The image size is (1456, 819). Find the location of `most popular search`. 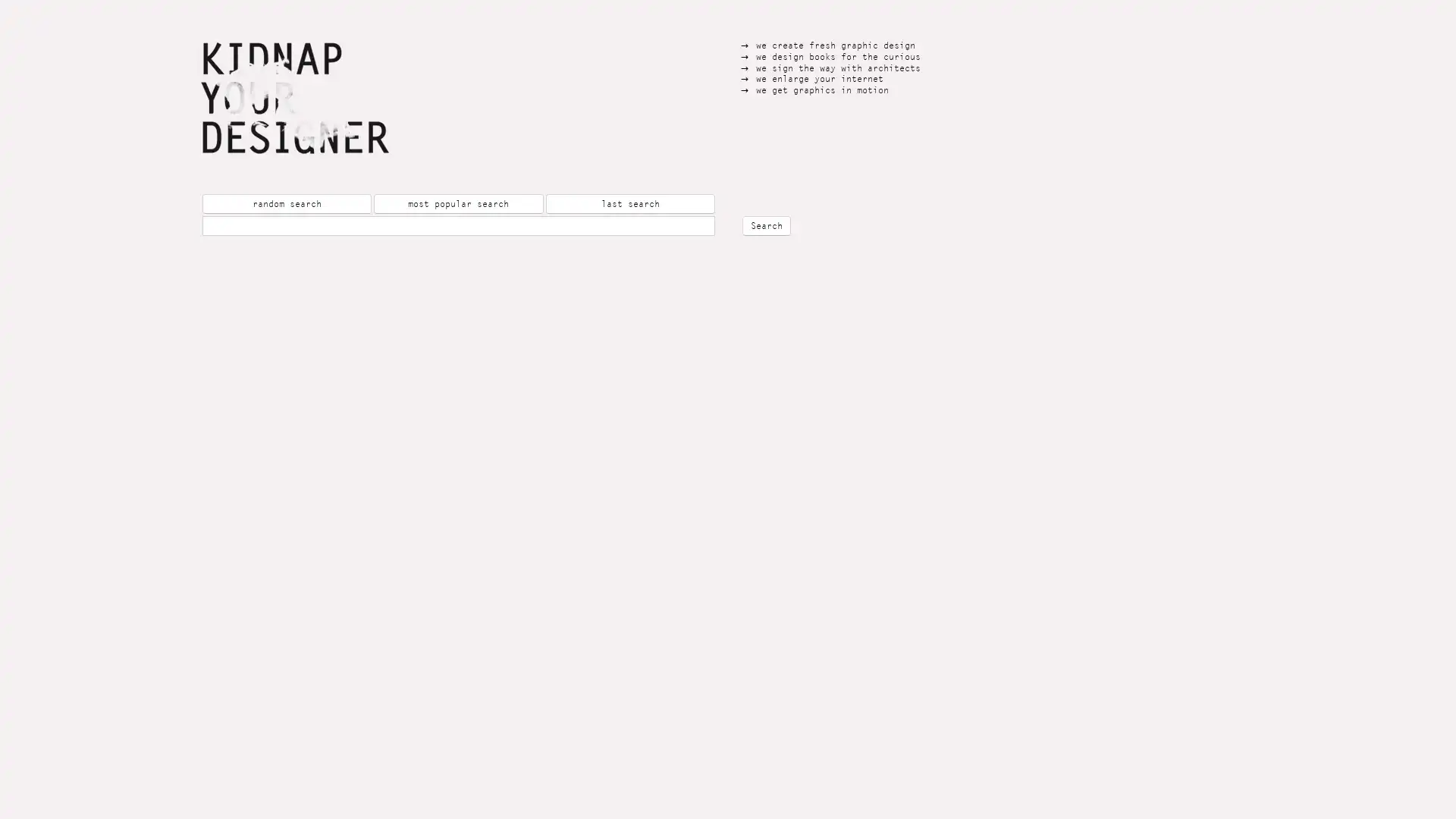

most popular search is located at coordinates (457, 203).